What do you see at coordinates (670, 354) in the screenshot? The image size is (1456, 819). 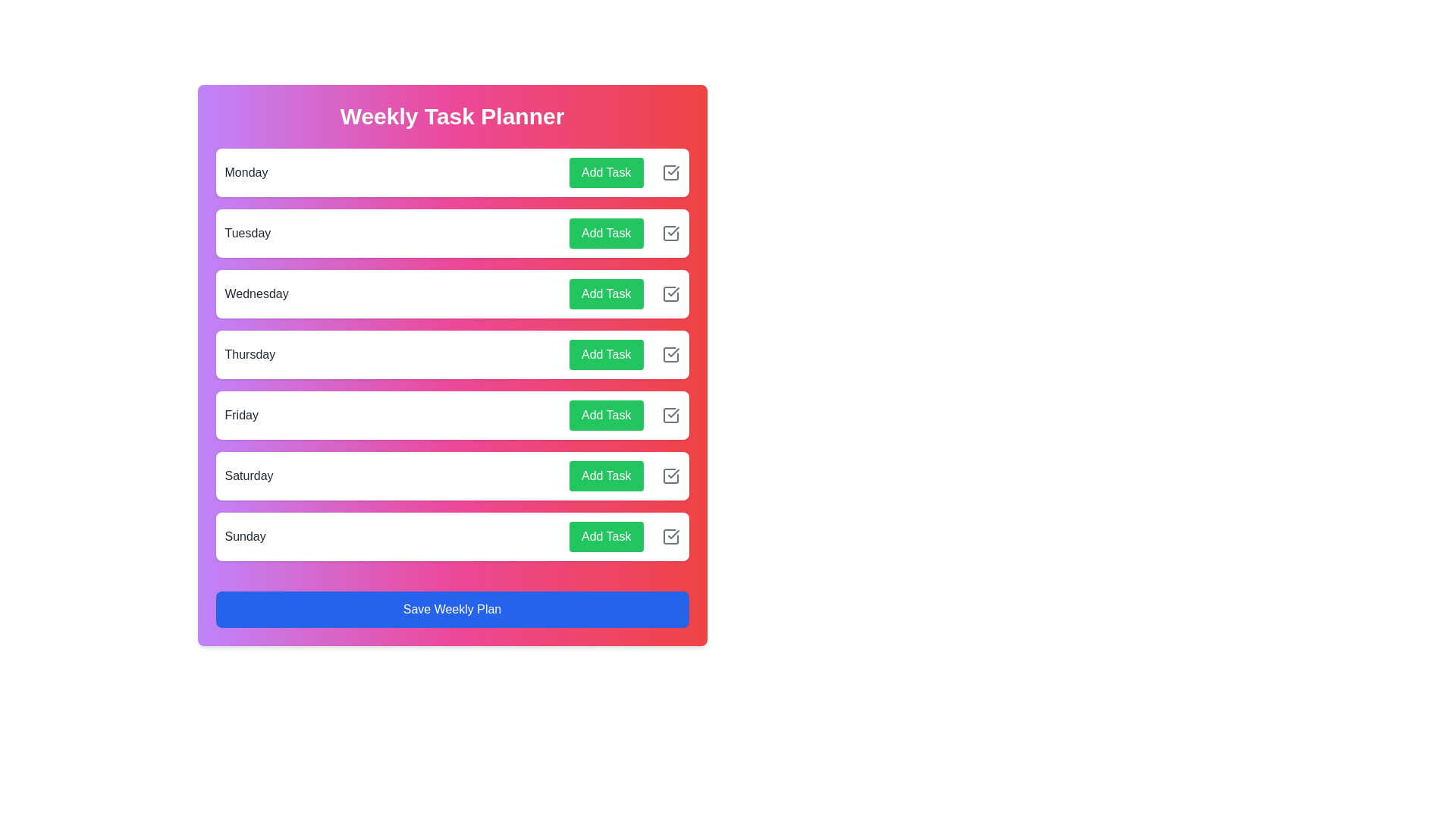 I see `the checkbox icon for Thursday to mark the task as completed` at bounding box center [670, 354].